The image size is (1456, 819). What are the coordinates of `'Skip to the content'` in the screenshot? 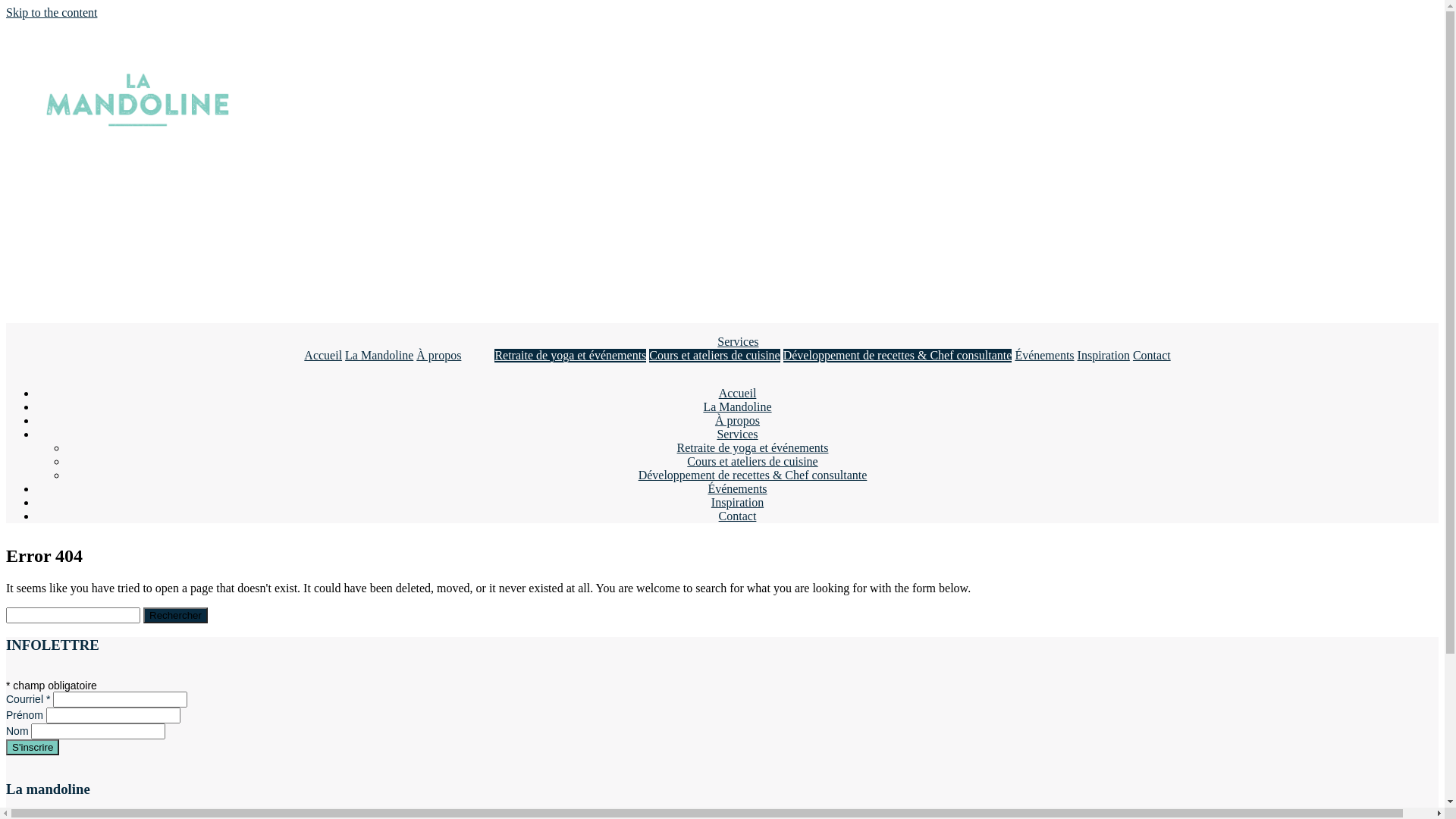 It's located at (51, 12).